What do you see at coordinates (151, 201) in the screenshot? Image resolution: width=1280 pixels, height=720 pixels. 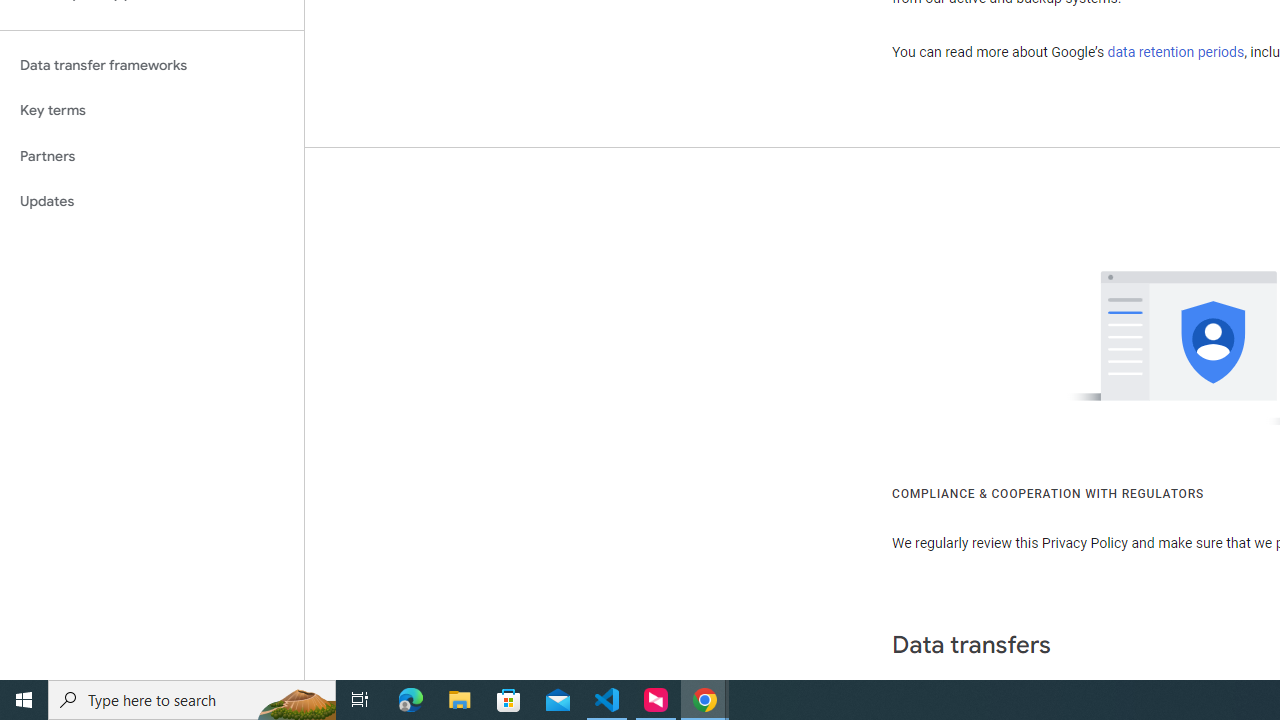 I see `'Updates'` at bounding box center [151, 201].